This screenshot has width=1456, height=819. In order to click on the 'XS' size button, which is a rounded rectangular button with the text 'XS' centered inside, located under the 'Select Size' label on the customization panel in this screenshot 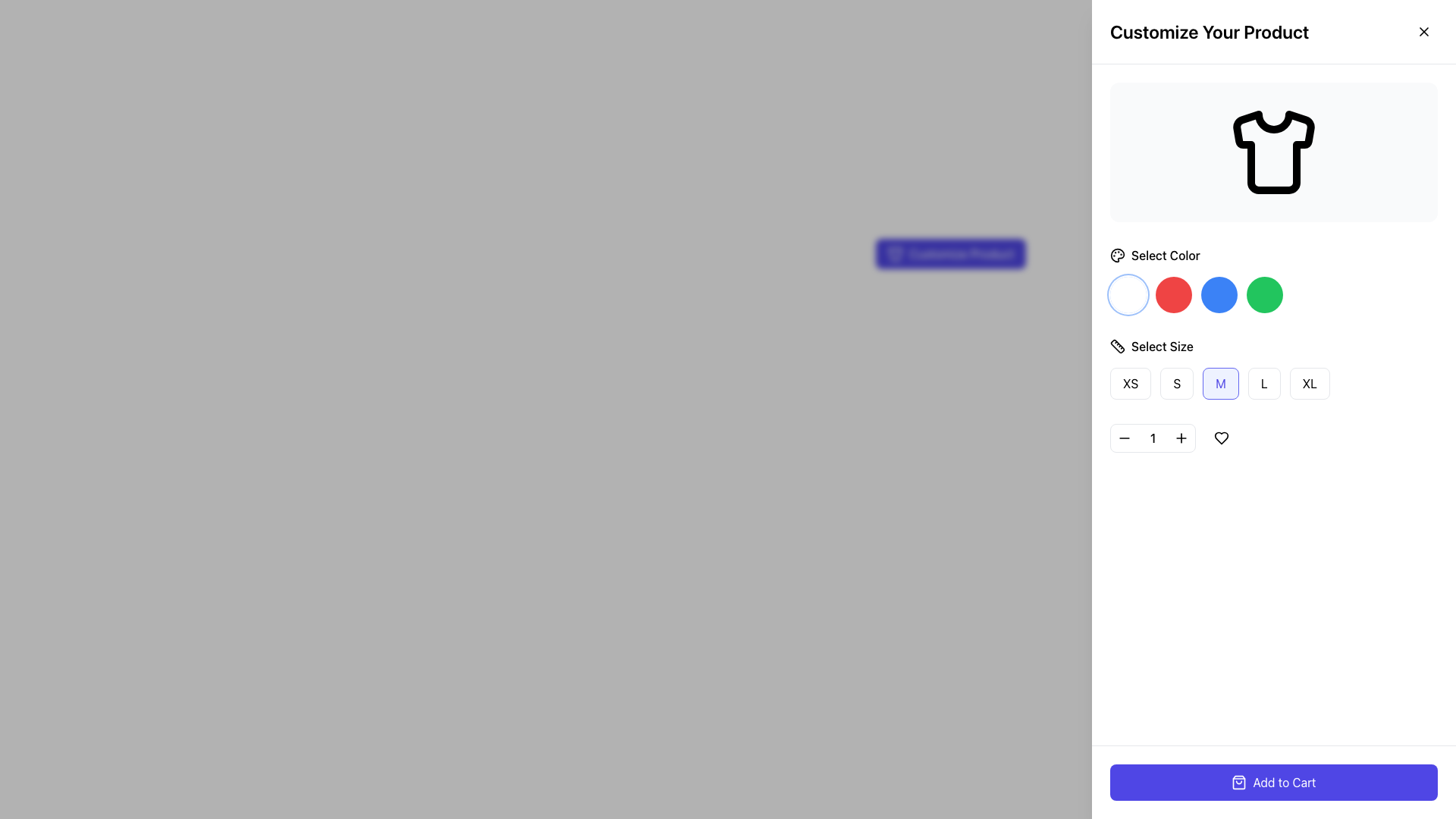, I will do `click(1131, 382)`.